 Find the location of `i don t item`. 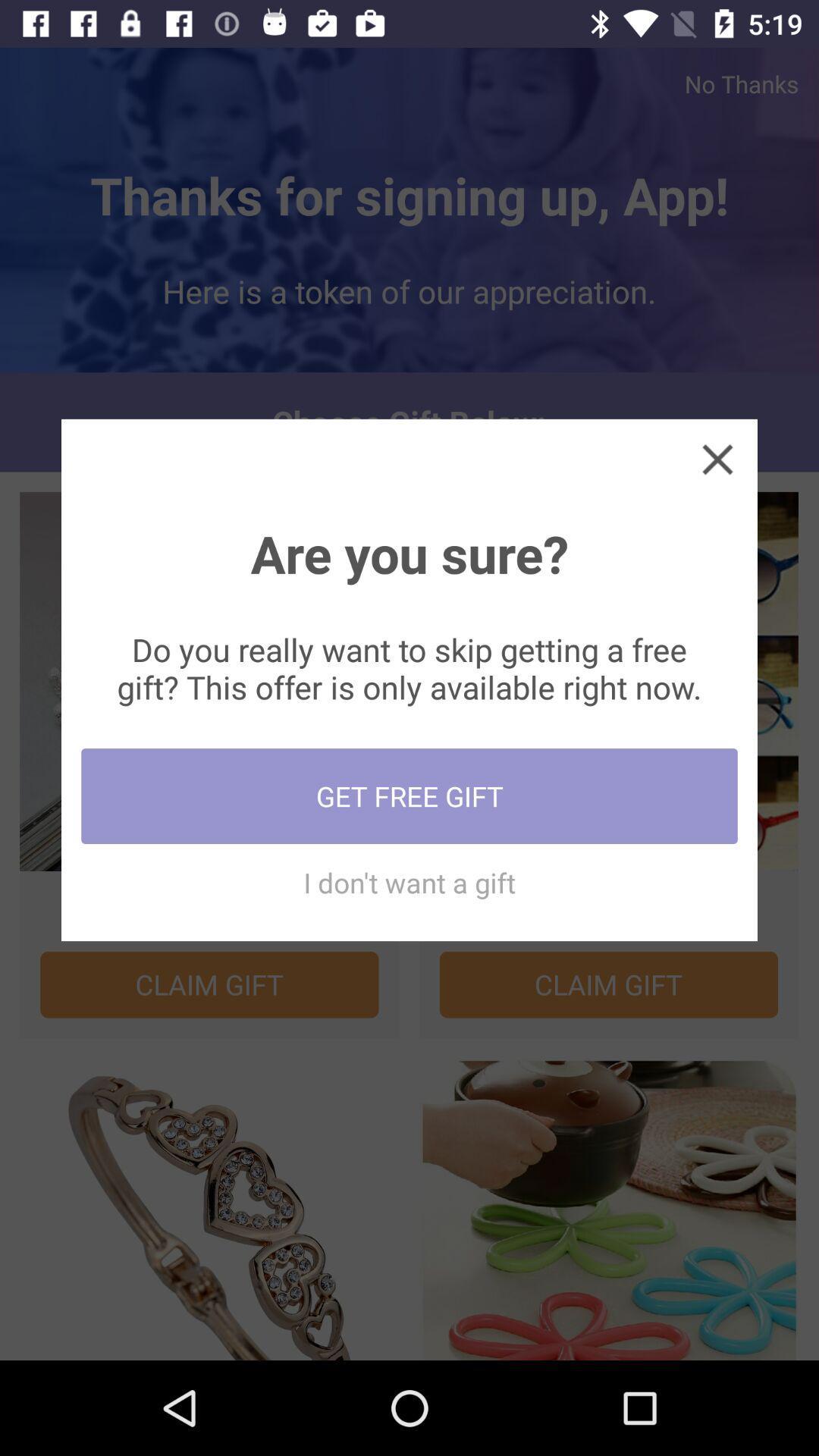

i don t item is located at coordinates (409, 882).